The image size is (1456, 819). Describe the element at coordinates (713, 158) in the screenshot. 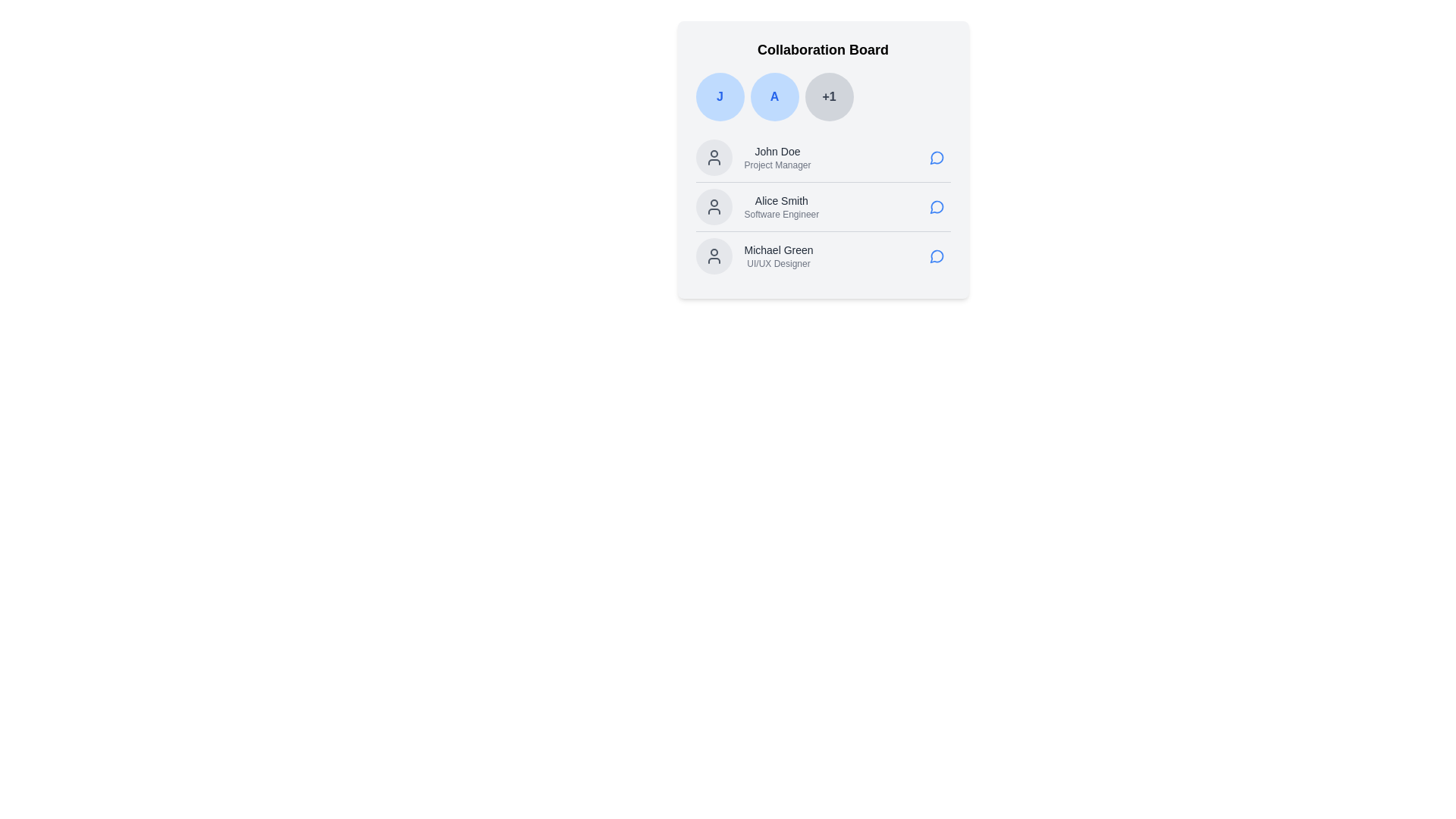

I see `the Avatar Icon representing the user 'John Doe' in the list` at that location.